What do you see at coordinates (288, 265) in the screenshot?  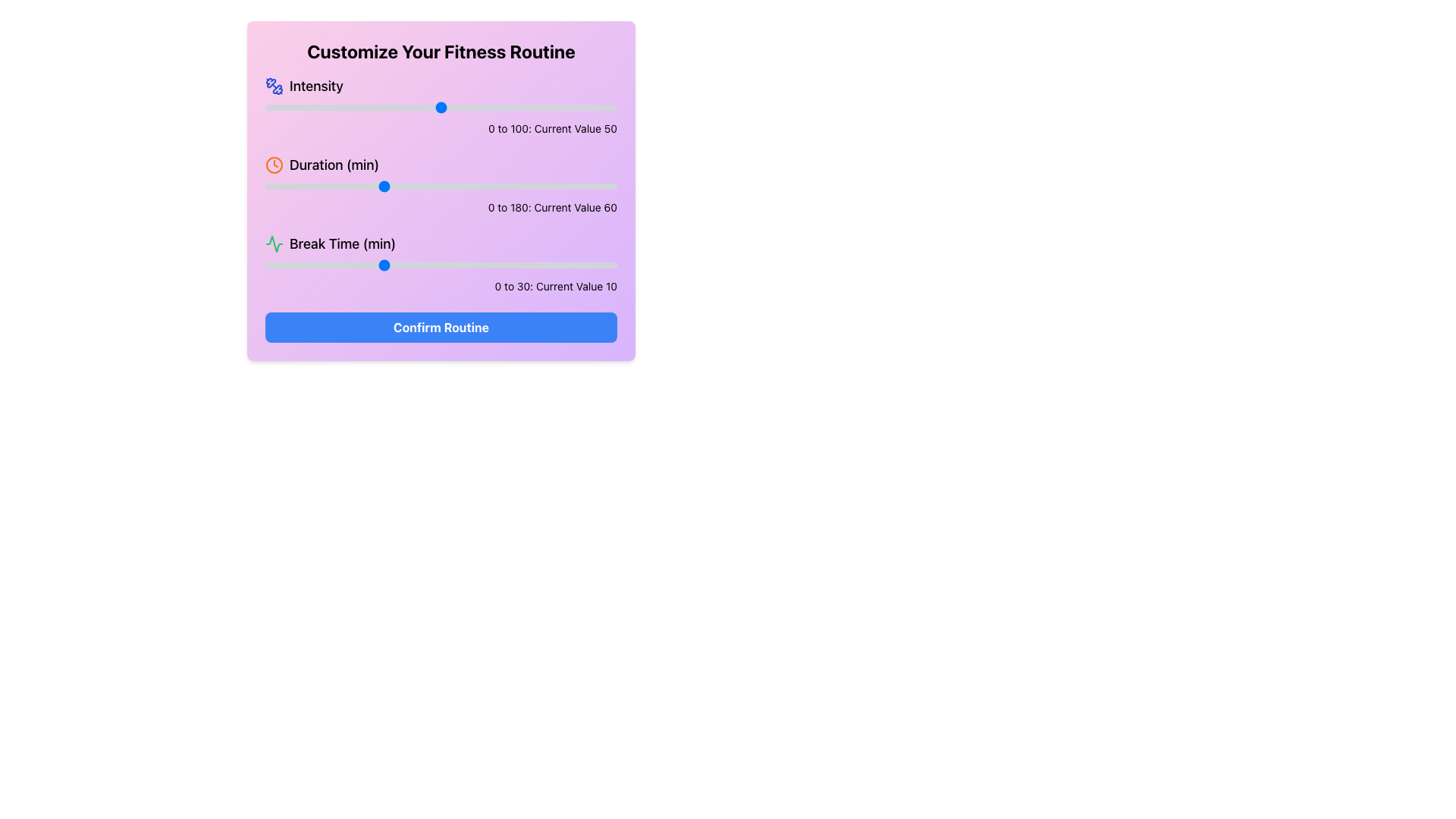 I see `the break time` at bounding box center [288, 265].